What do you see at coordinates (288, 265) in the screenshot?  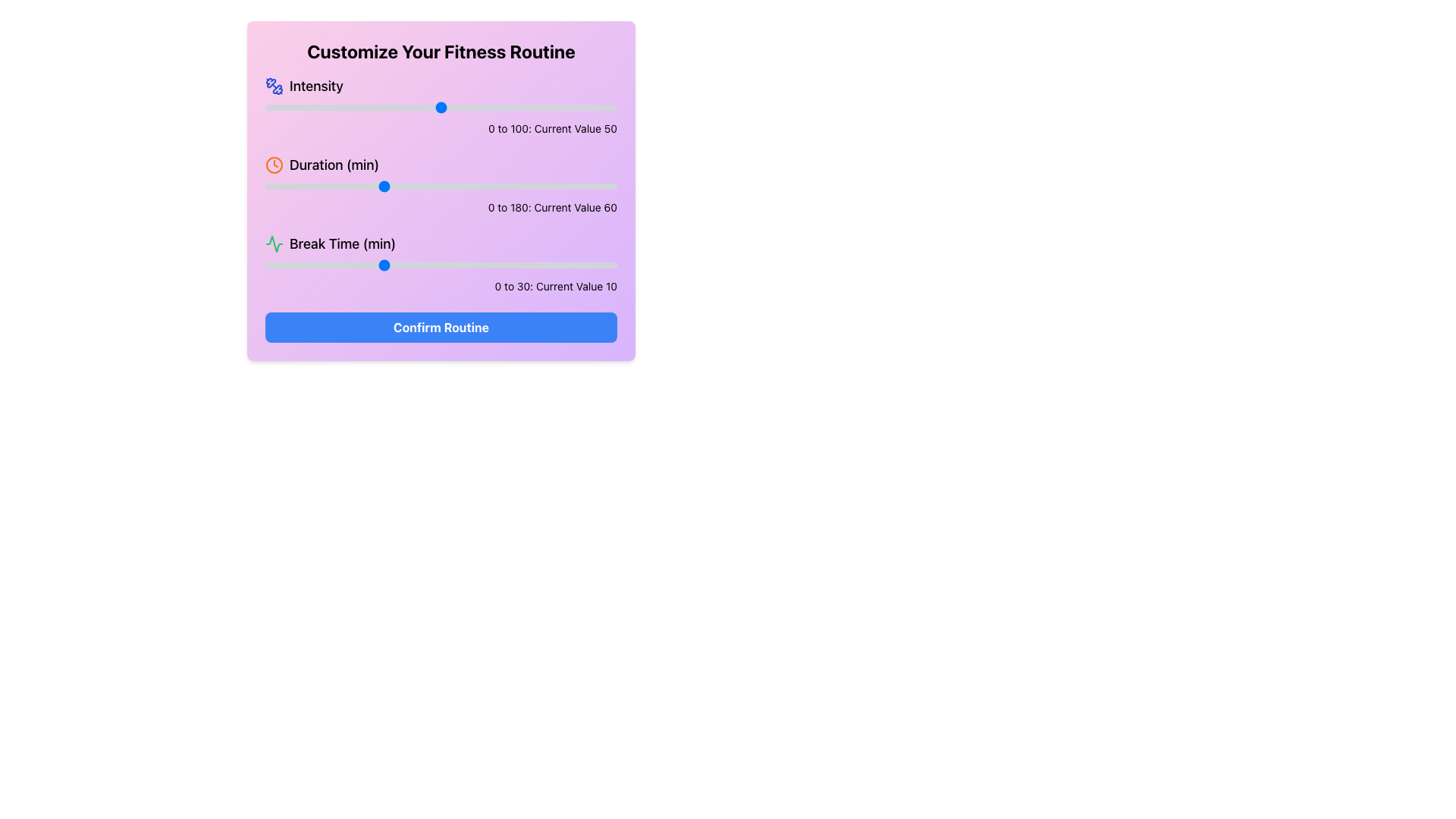 I see `the break time` at bounding box center [288, 265].